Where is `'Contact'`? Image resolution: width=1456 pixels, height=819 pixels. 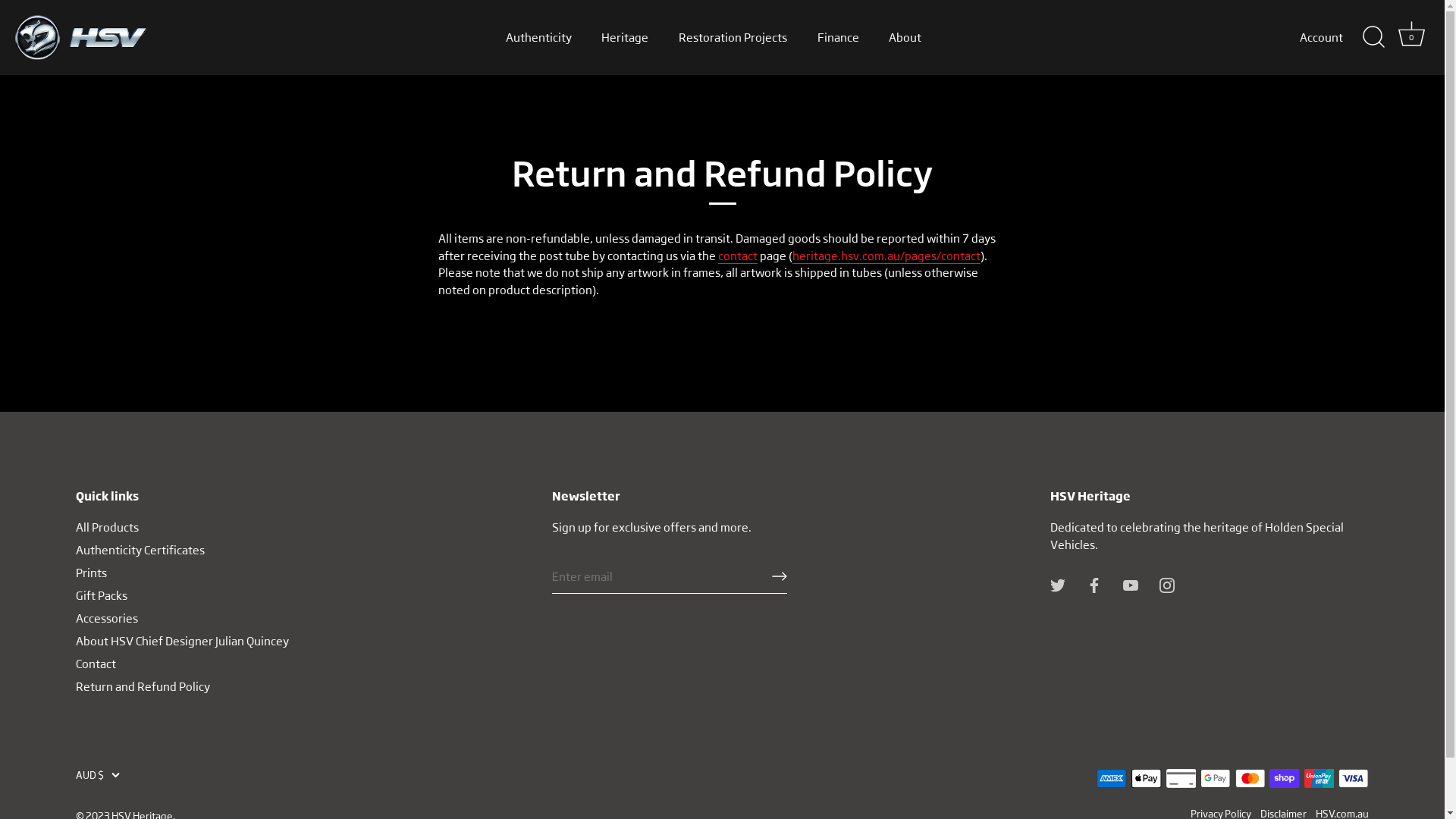 'Contact' is located at coordinates (95, 662).